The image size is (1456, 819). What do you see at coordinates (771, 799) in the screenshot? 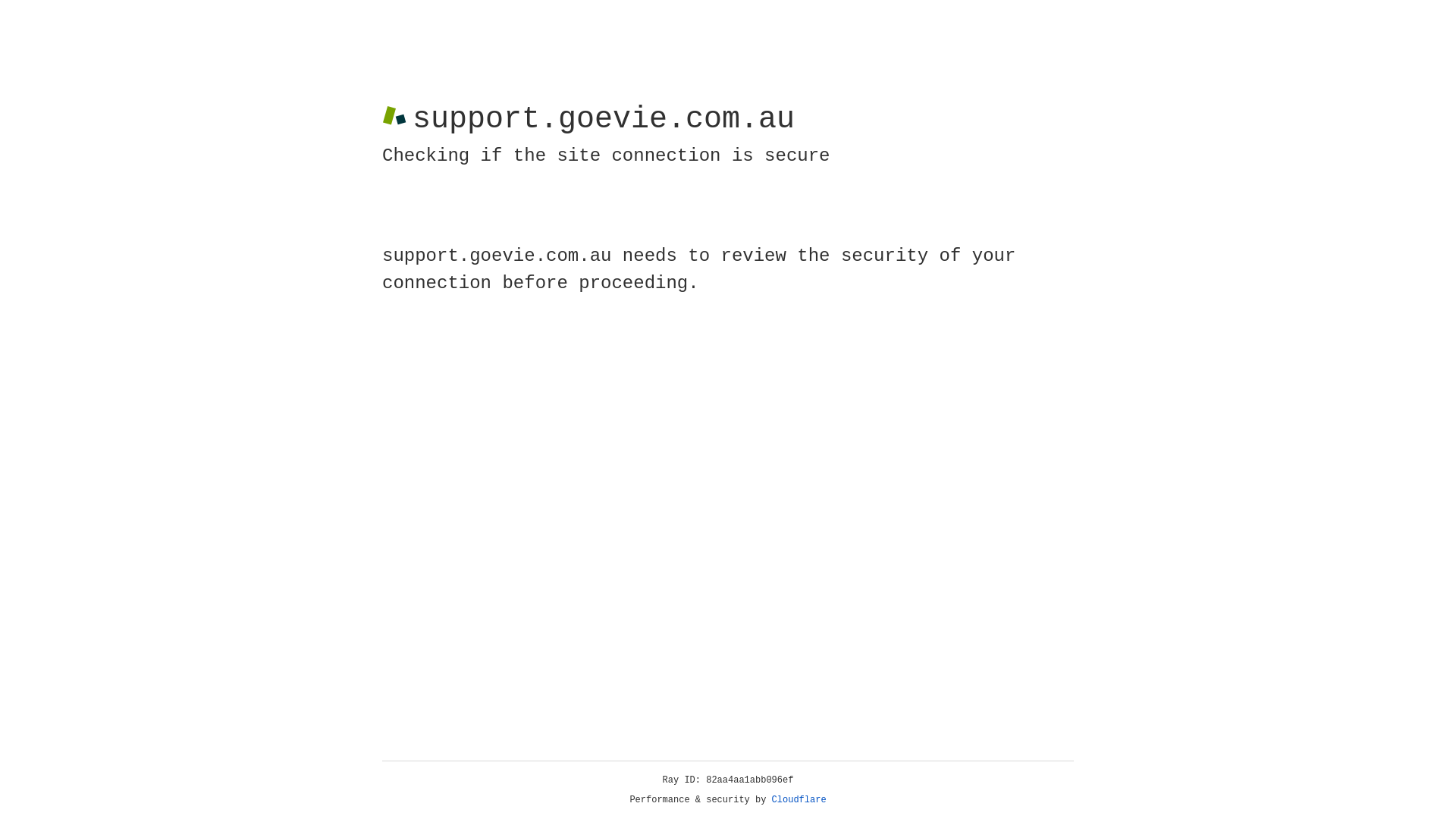
I see `'Cloudflare'` at bounding box center [771, 799].